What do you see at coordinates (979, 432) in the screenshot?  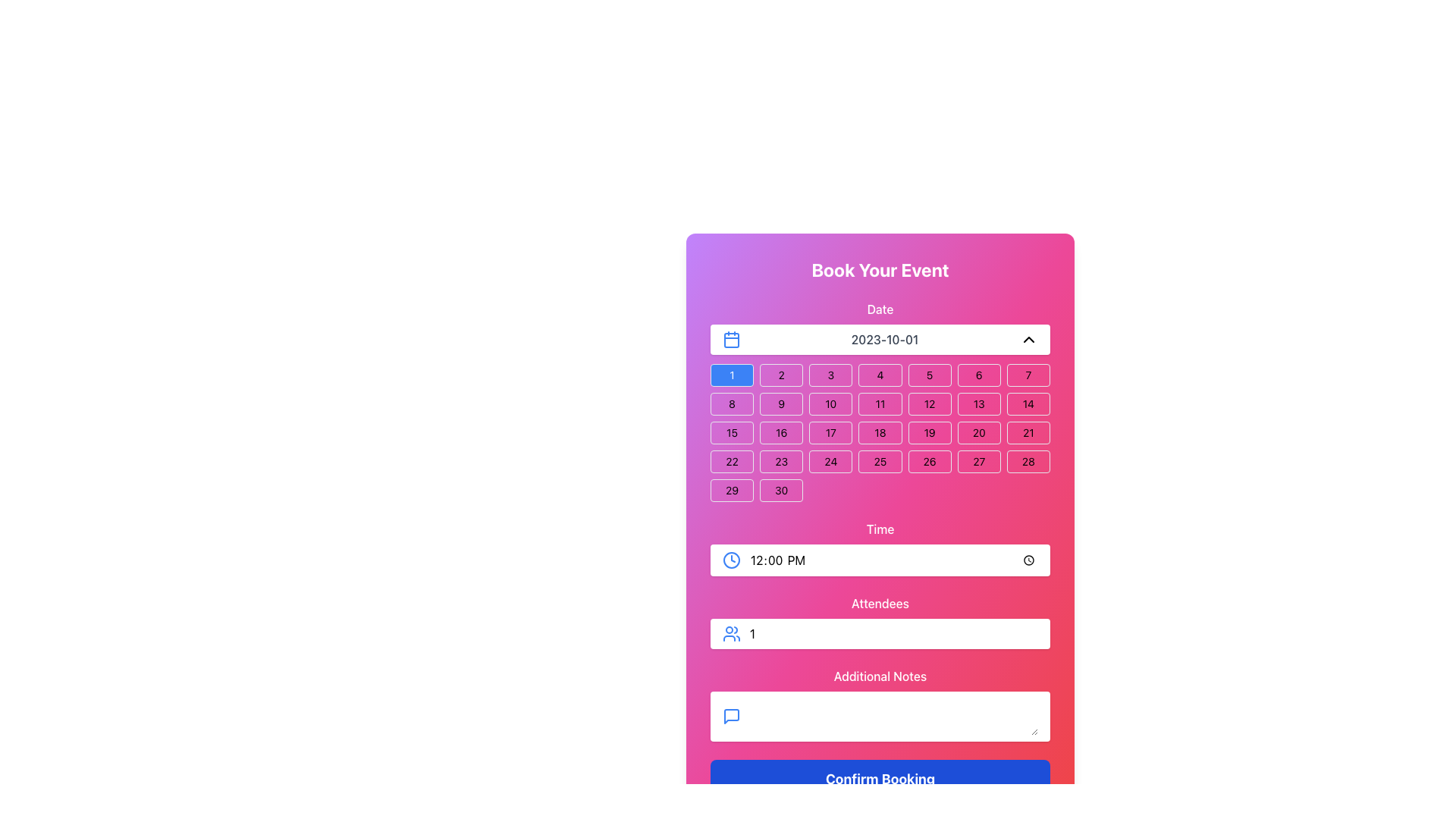 I see `the date selection button for the 20th of the month in the date picker interface` at bounding box center [979, 432].